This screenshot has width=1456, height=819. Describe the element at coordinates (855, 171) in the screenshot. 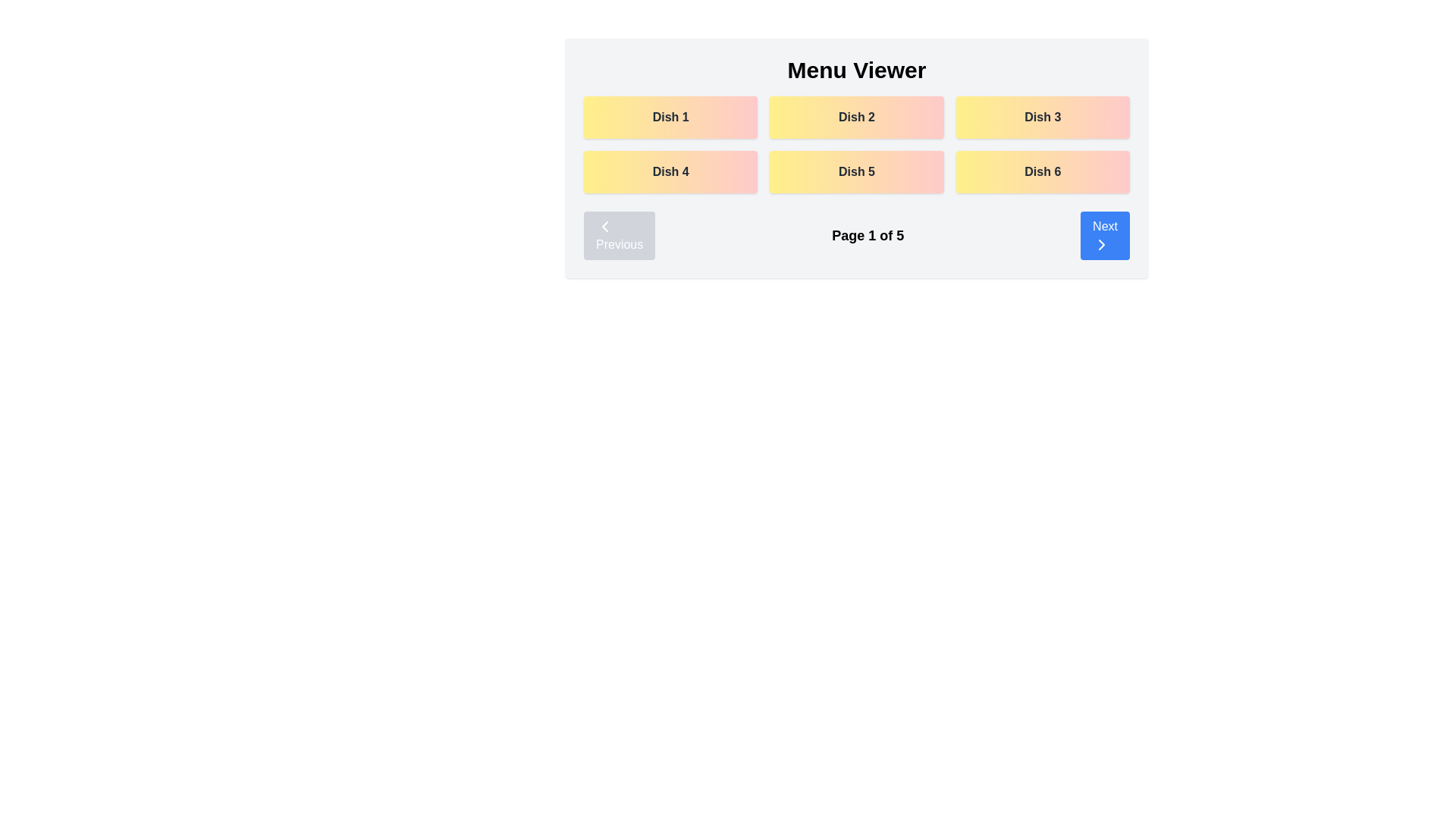

I see `the middle button in the second row of the grid layout labeled 'Dish 5'` at that location.